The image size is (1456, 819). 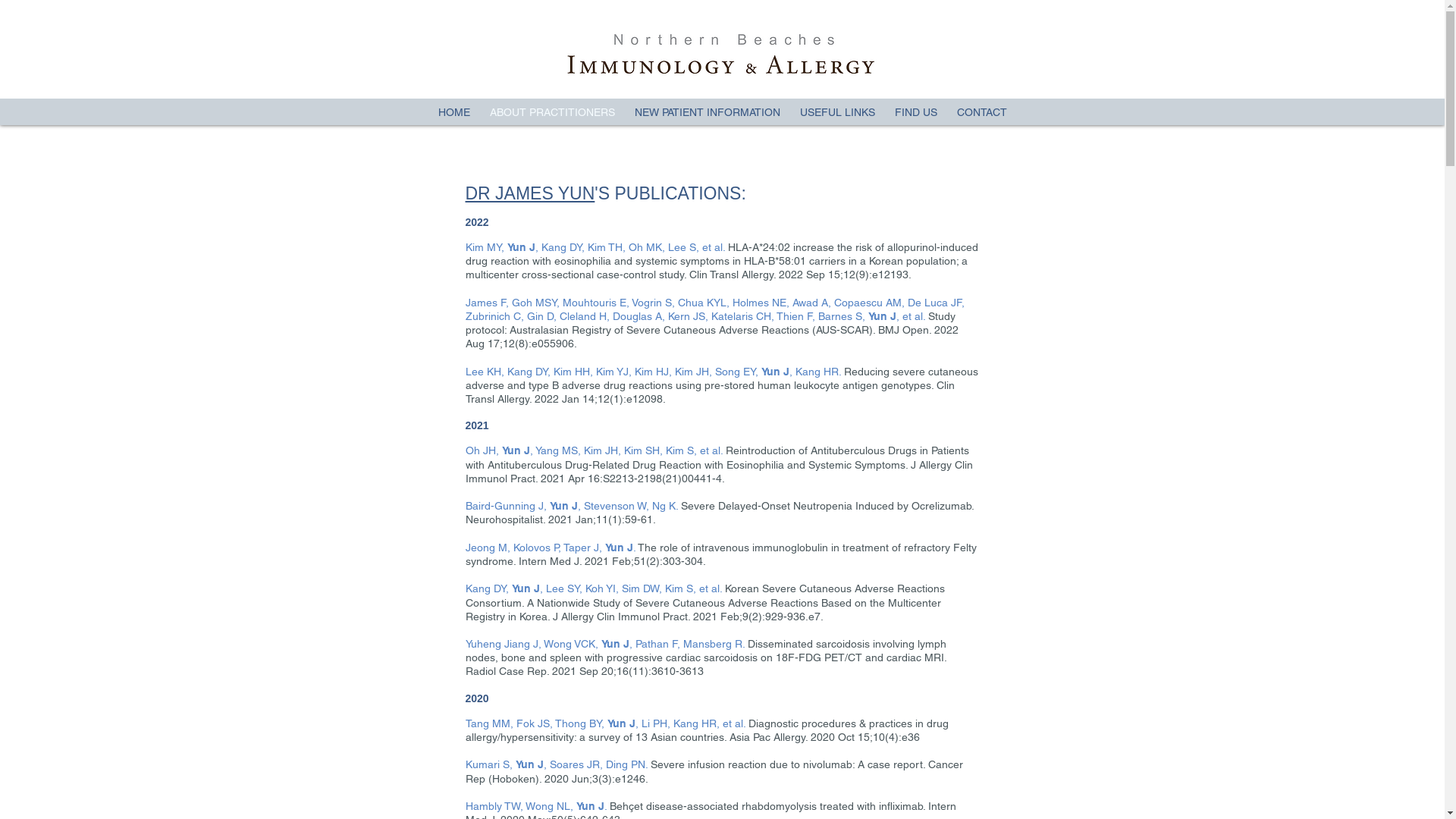 What do you see at coordinates (719, 52) in the screenshot?
I see `'NBIA_logo_web.png'` at bounding box center [719, 52].